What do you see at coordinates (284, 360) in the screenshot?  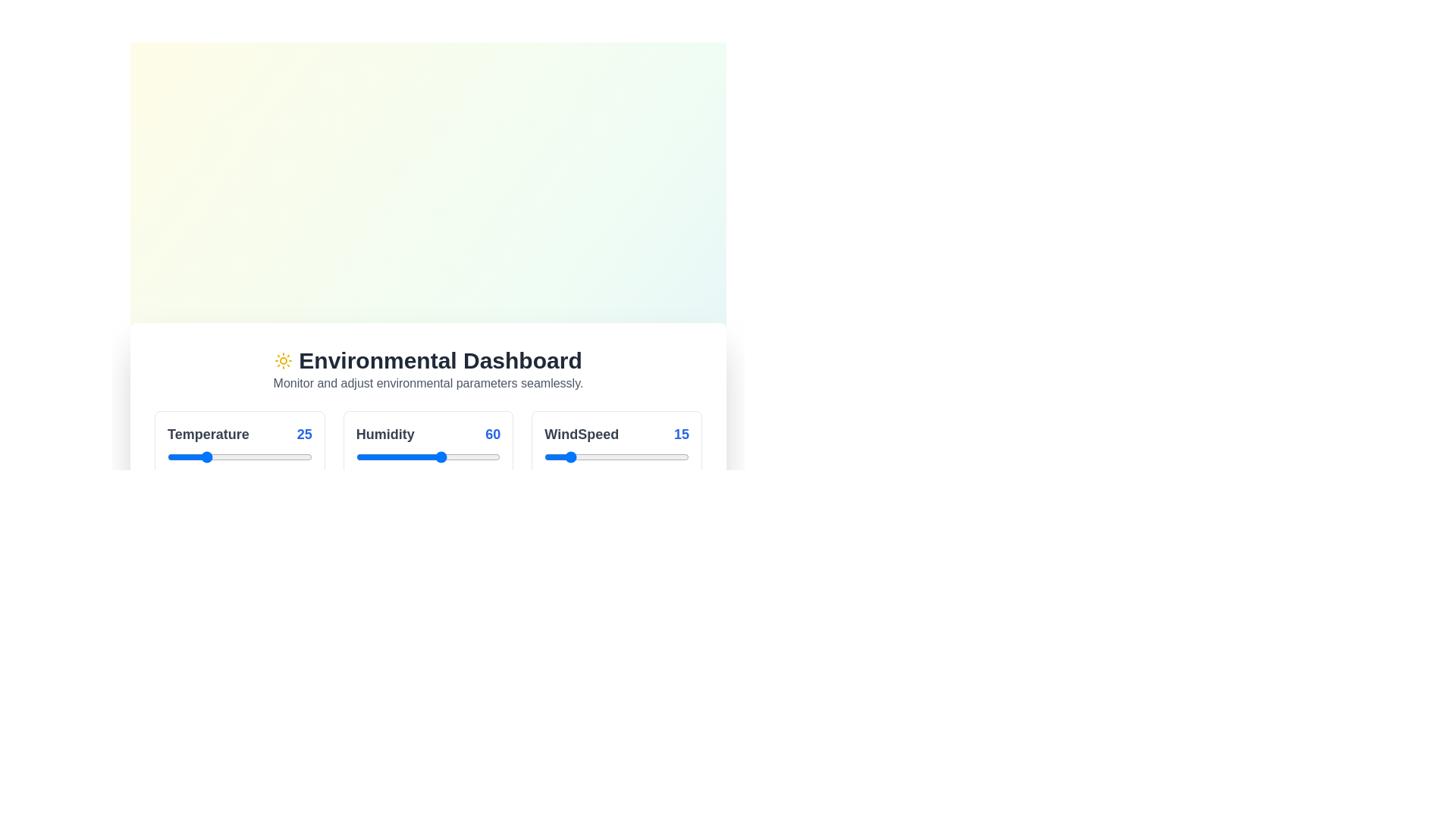 I see `the sun icon located to the left of the 'Environmental Dashboard' text, which represents the environmental monitoring context` at bounding box center [284, 360].